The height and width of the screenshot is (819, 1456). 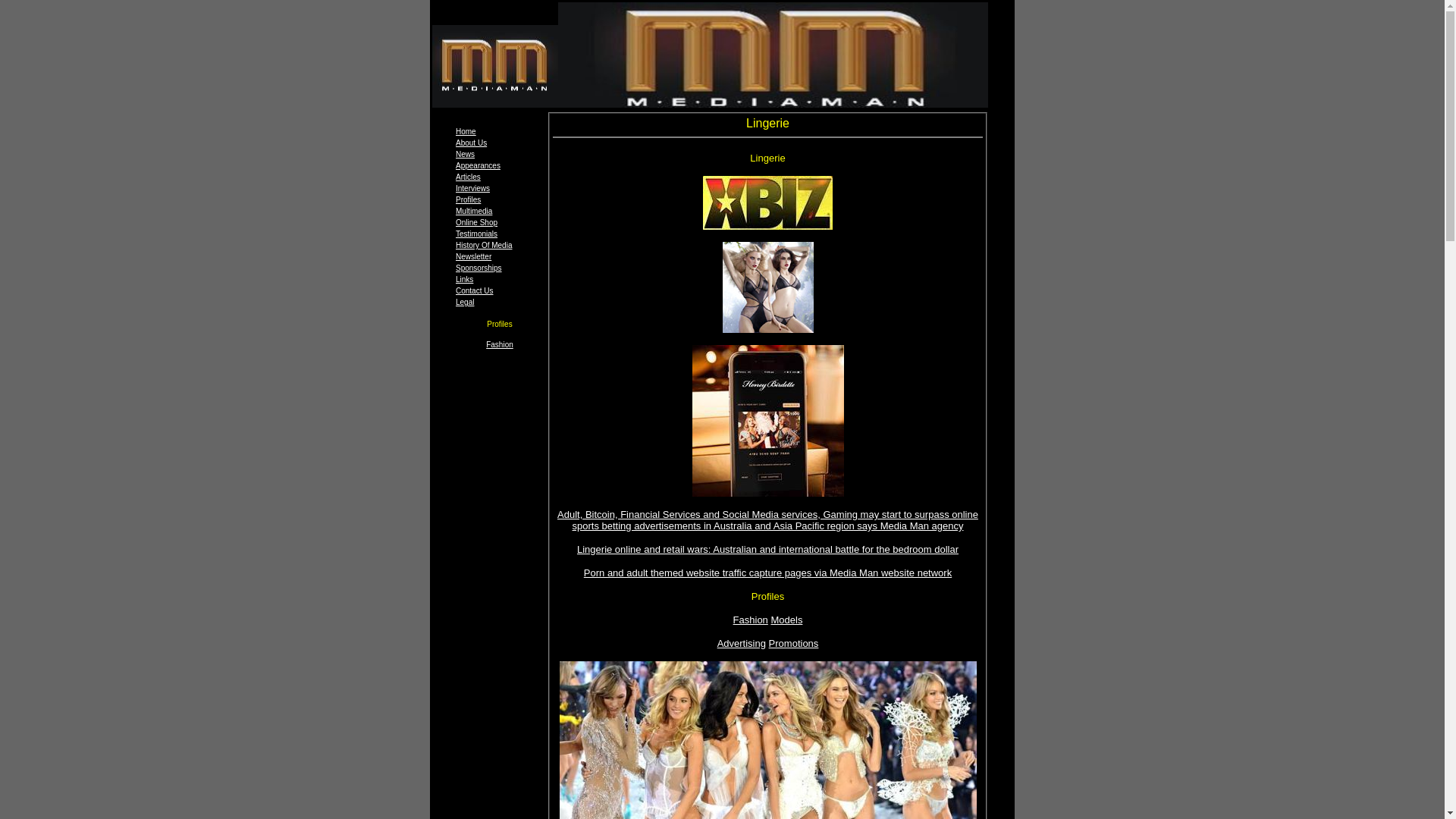 I want to click on 'Profiles', so click(x=467, y=199).